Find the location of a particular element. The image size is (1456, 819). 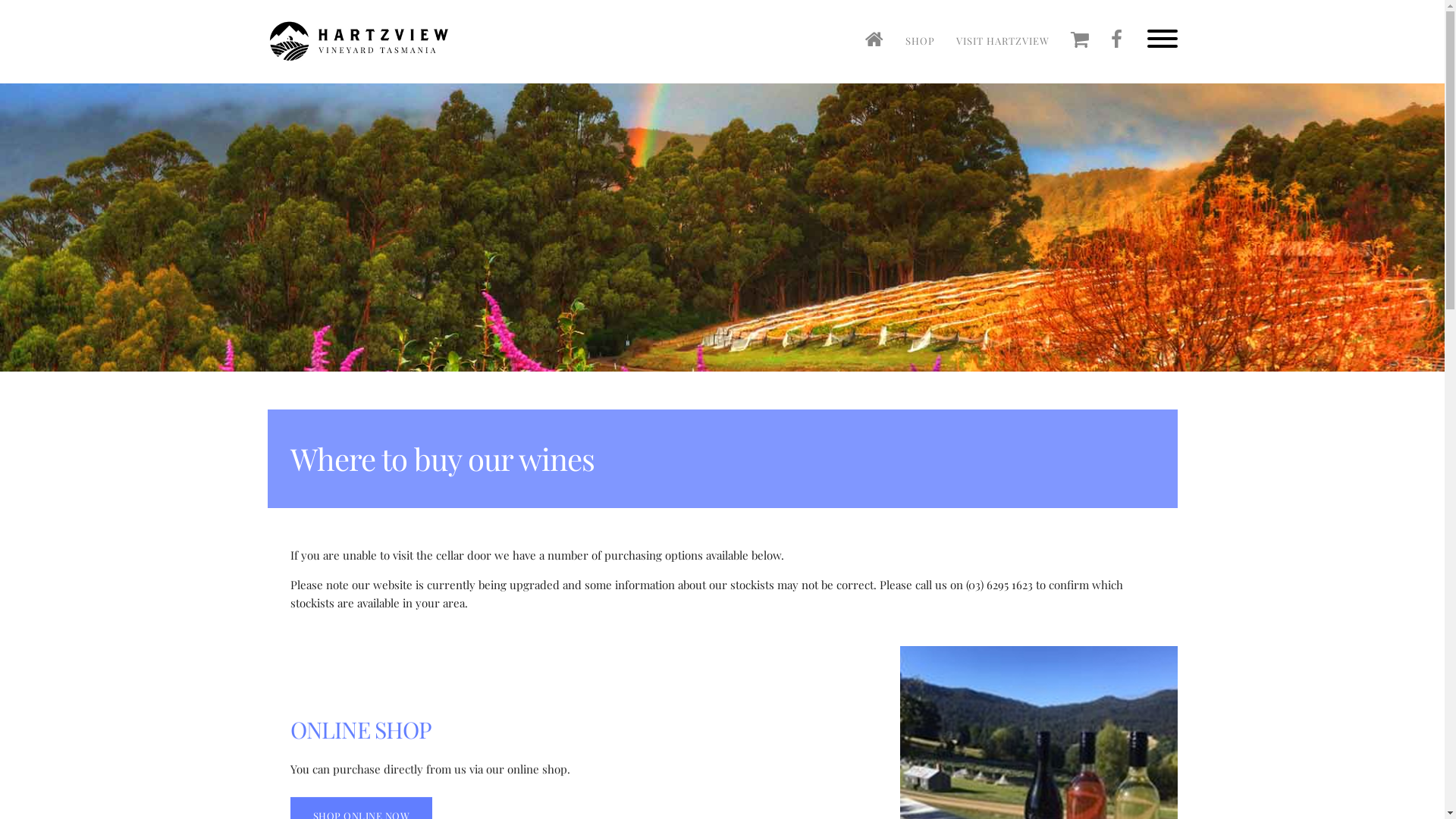

'SHOP' is located at coordinates (919, 39).